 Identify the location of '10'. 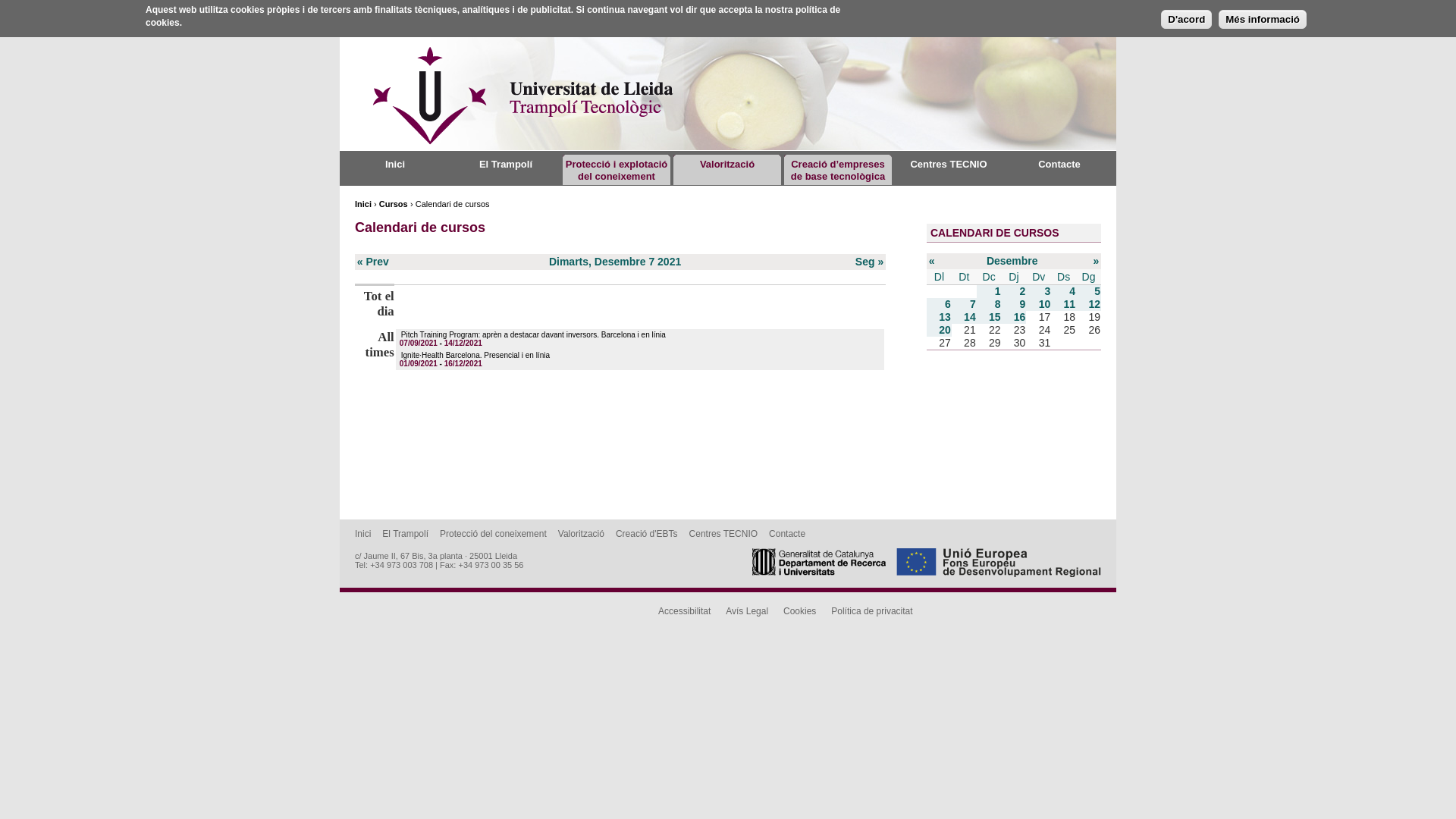
(1043, 304).